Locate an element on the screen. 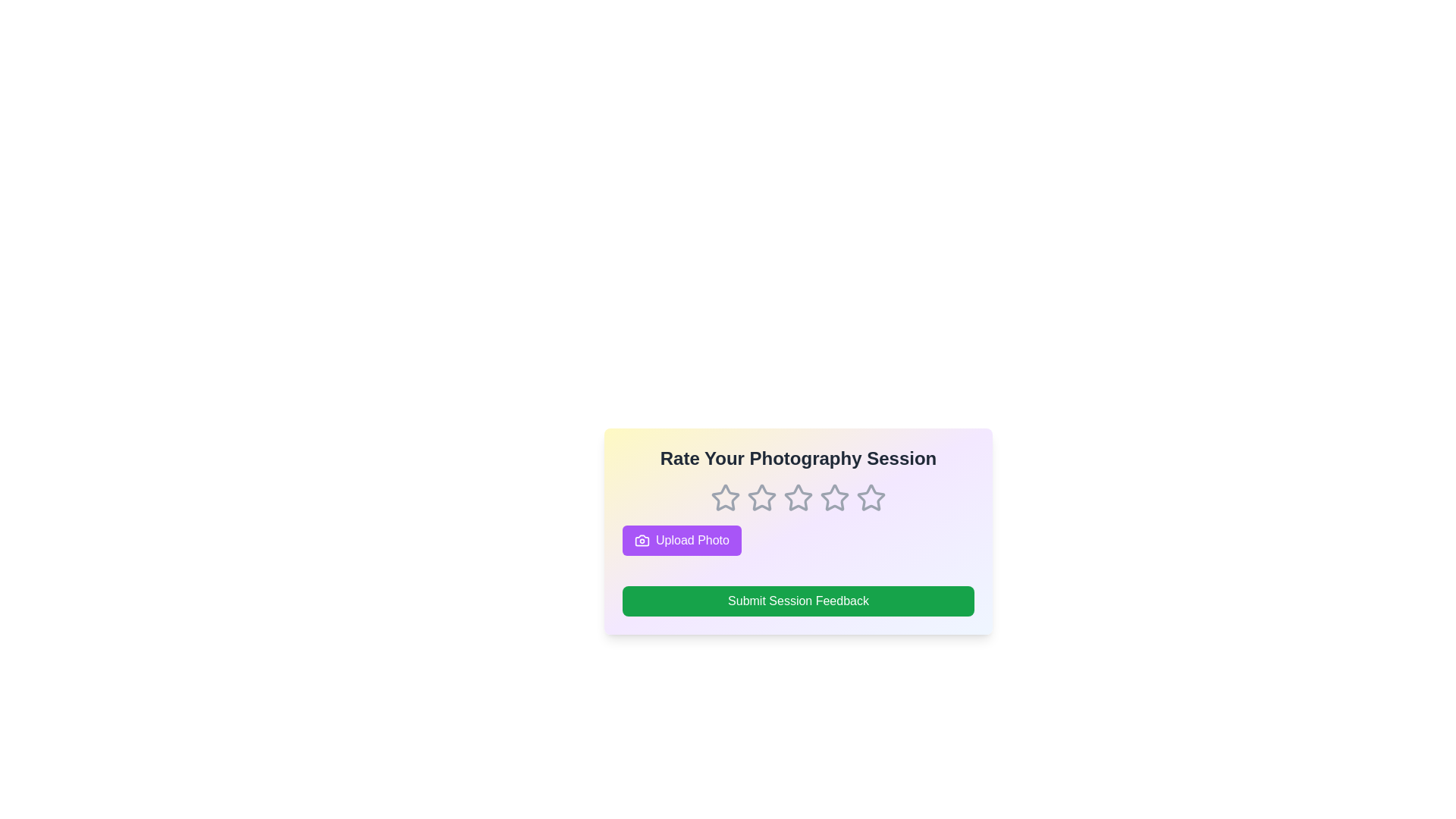 Image resolution: width=1456 pixels, height=819 pixels. the rating to 1 stars by clicking on the corresponding star is located at coordinates (724, 497).